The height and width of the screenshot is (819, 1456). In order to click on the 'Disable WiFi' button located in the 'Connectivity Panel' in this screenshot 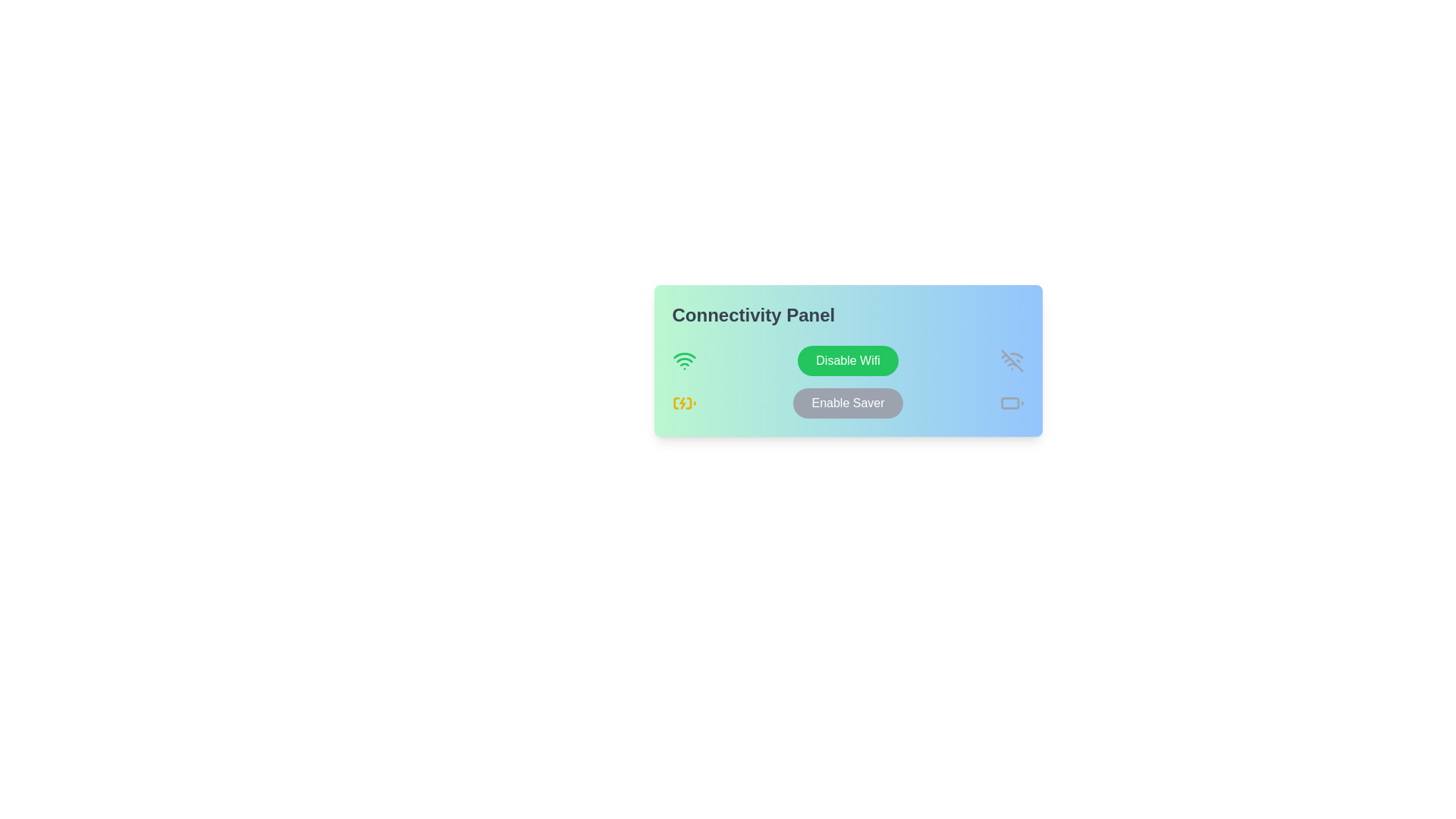, I will do `click(847, 360)`.